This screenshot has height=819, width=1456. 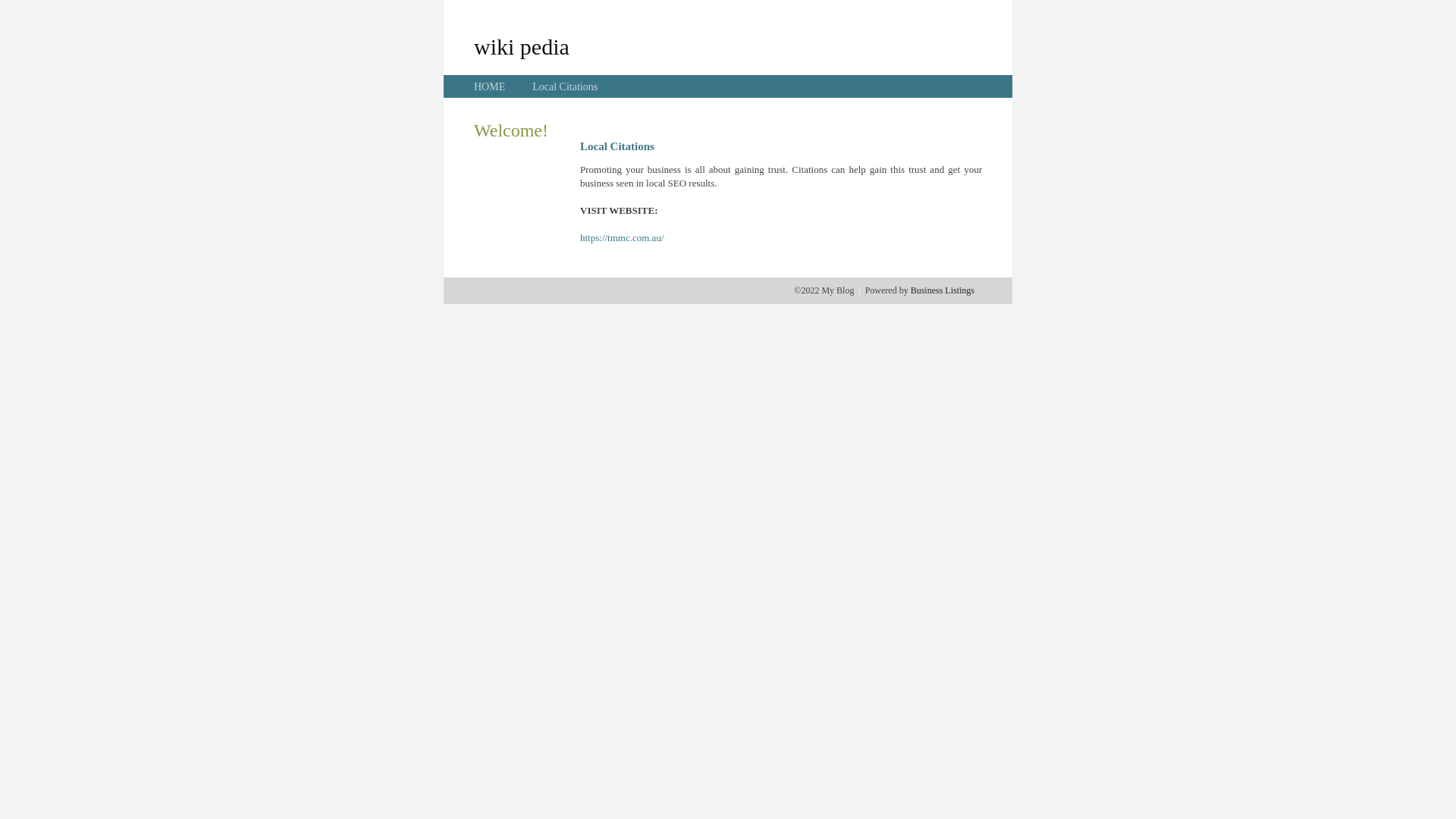 I want to click on 'wiki pedia', so click(x=521, y=45).